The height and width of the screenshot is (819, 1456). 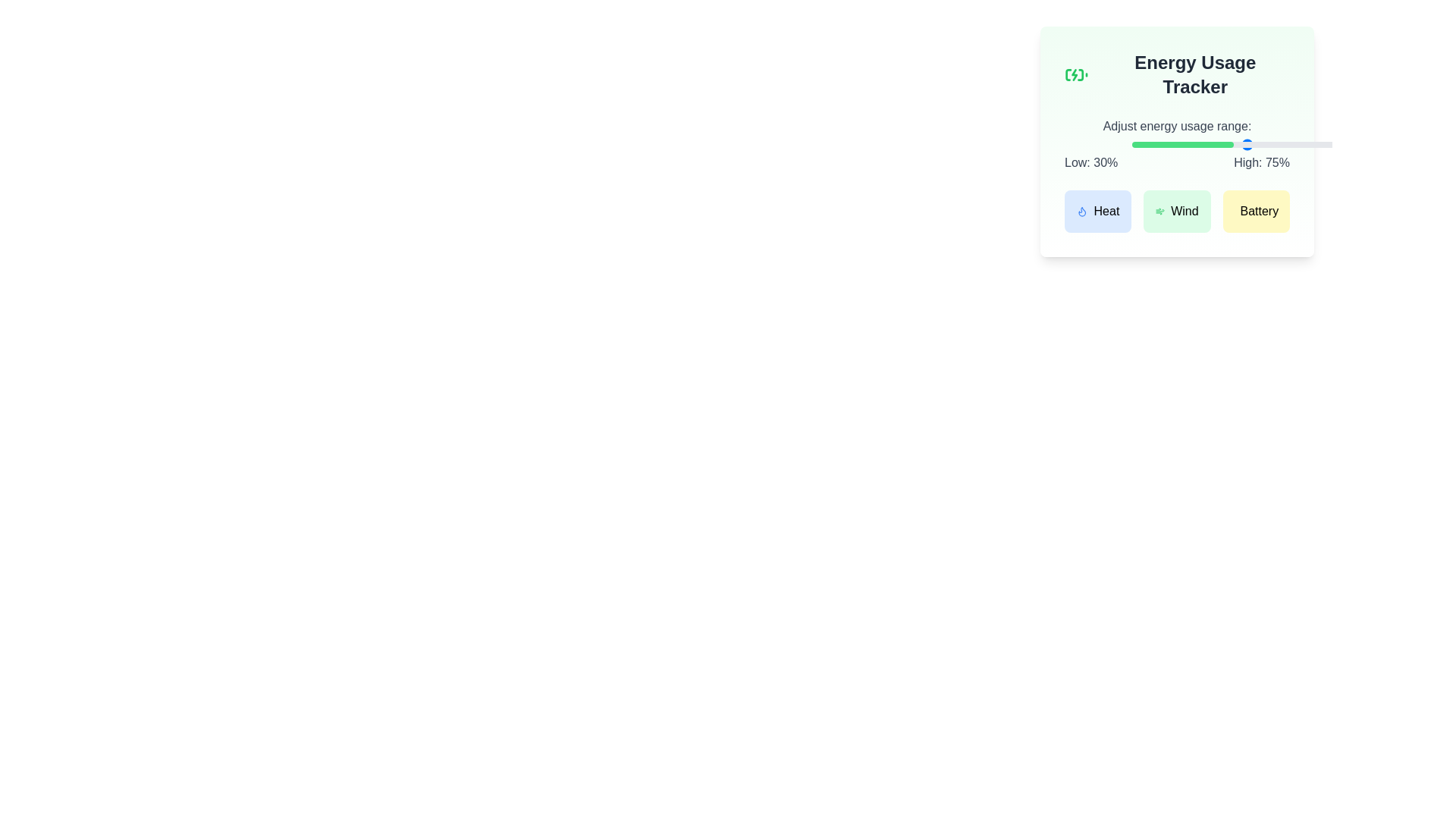 What do you see at coordinates (1262, 163) in the screenshot?
I see `the text label that indicates the high value of the adjustable energy usage range, which is positioned to the right of the 'Low: 30%' label and aligns with the green slider bar below the title 'Adjust energy usage range:'` at bounding box center [1262, 163].